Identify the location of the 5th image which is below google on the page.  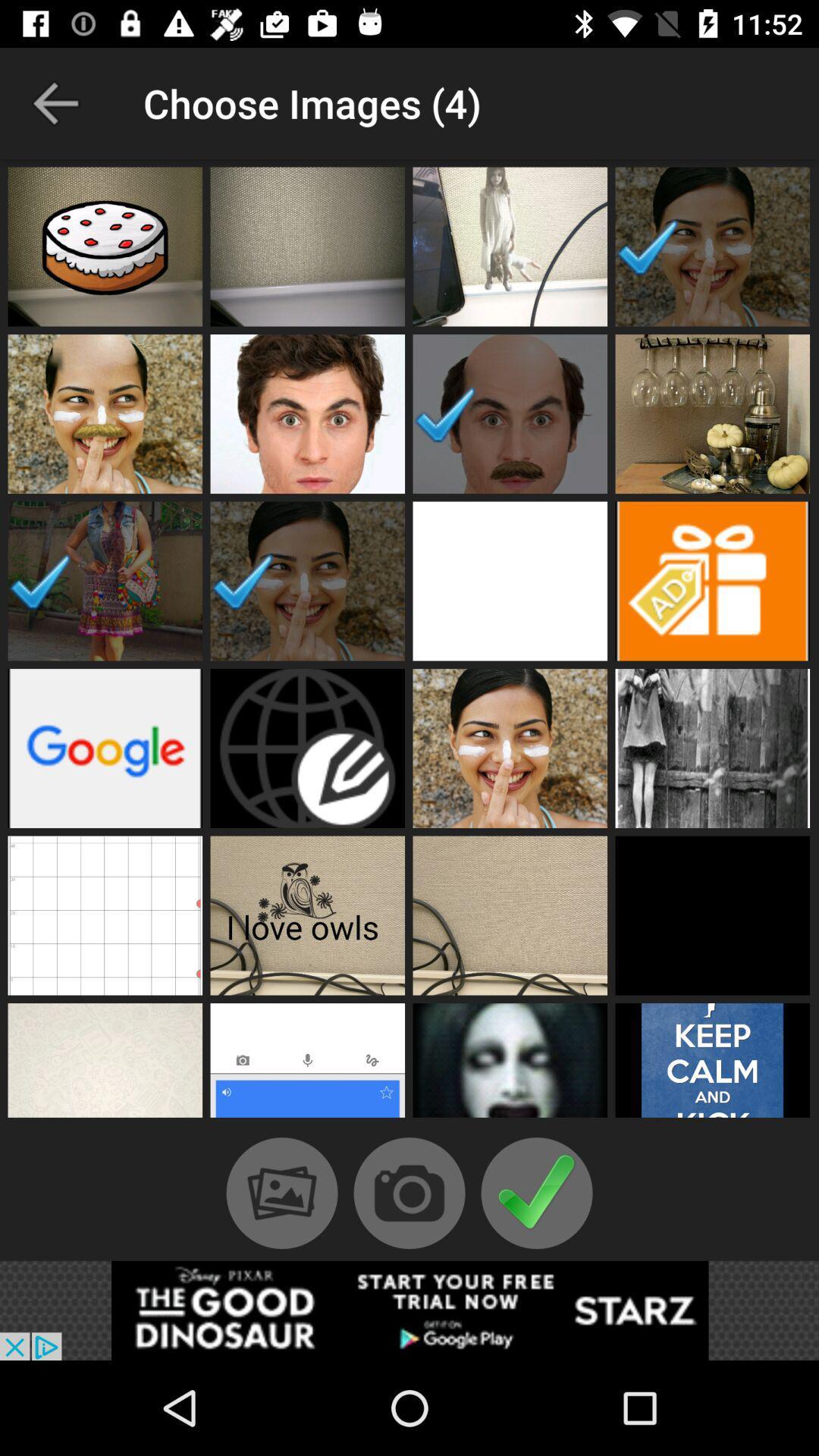
(104, 915).